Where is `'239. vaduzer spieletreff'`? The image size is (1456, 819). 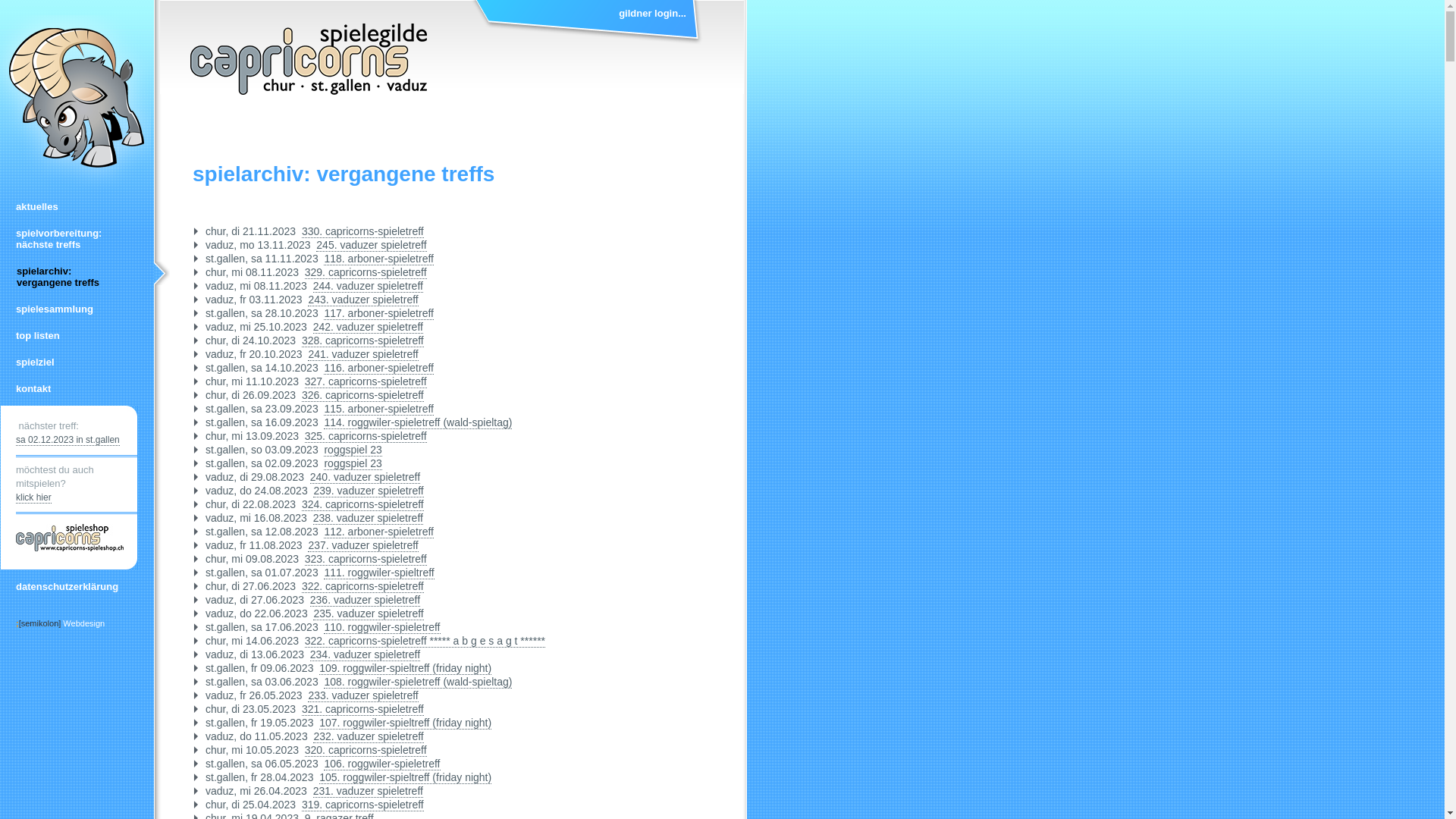 '239. vaduzer spieletreff' is located at coordinates (368, 491).